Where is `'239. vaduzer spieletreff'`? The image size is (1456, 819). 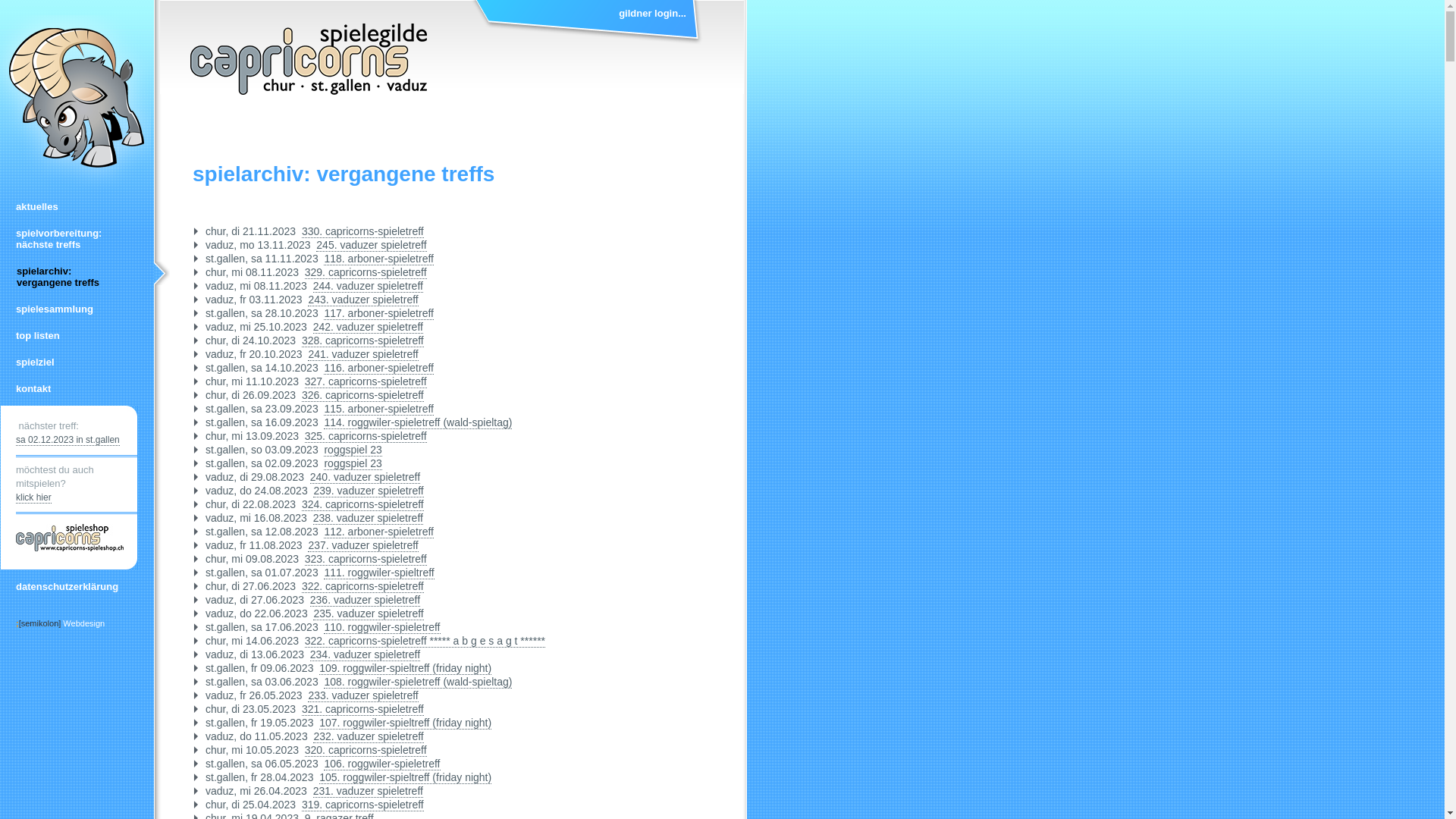 '239. vaduzer spieletreff' is located at coordinates (368, 491).